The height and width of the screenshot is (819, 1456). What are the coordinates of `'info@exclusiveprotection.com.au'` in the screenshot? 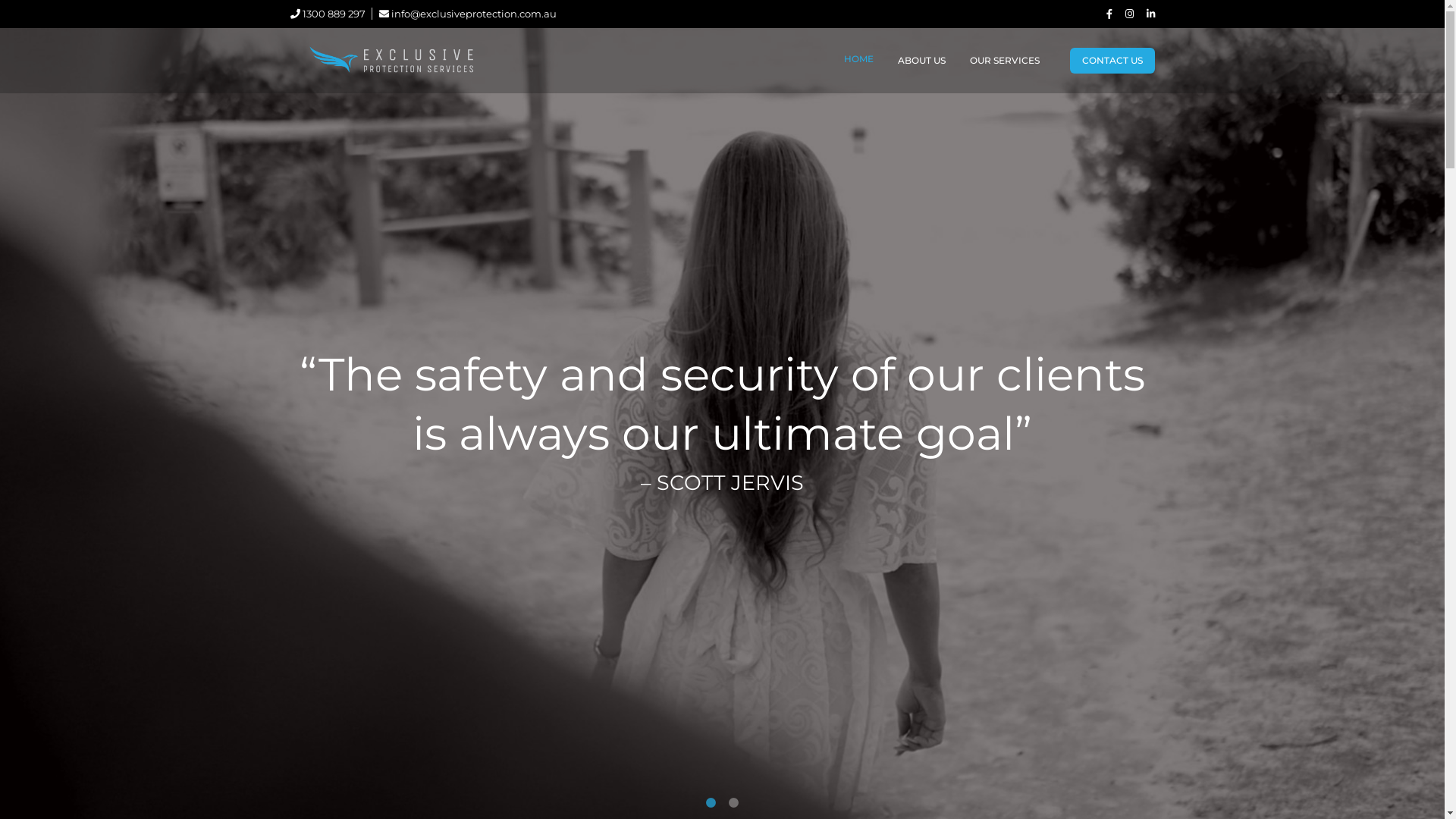 It's located at (467, 14).